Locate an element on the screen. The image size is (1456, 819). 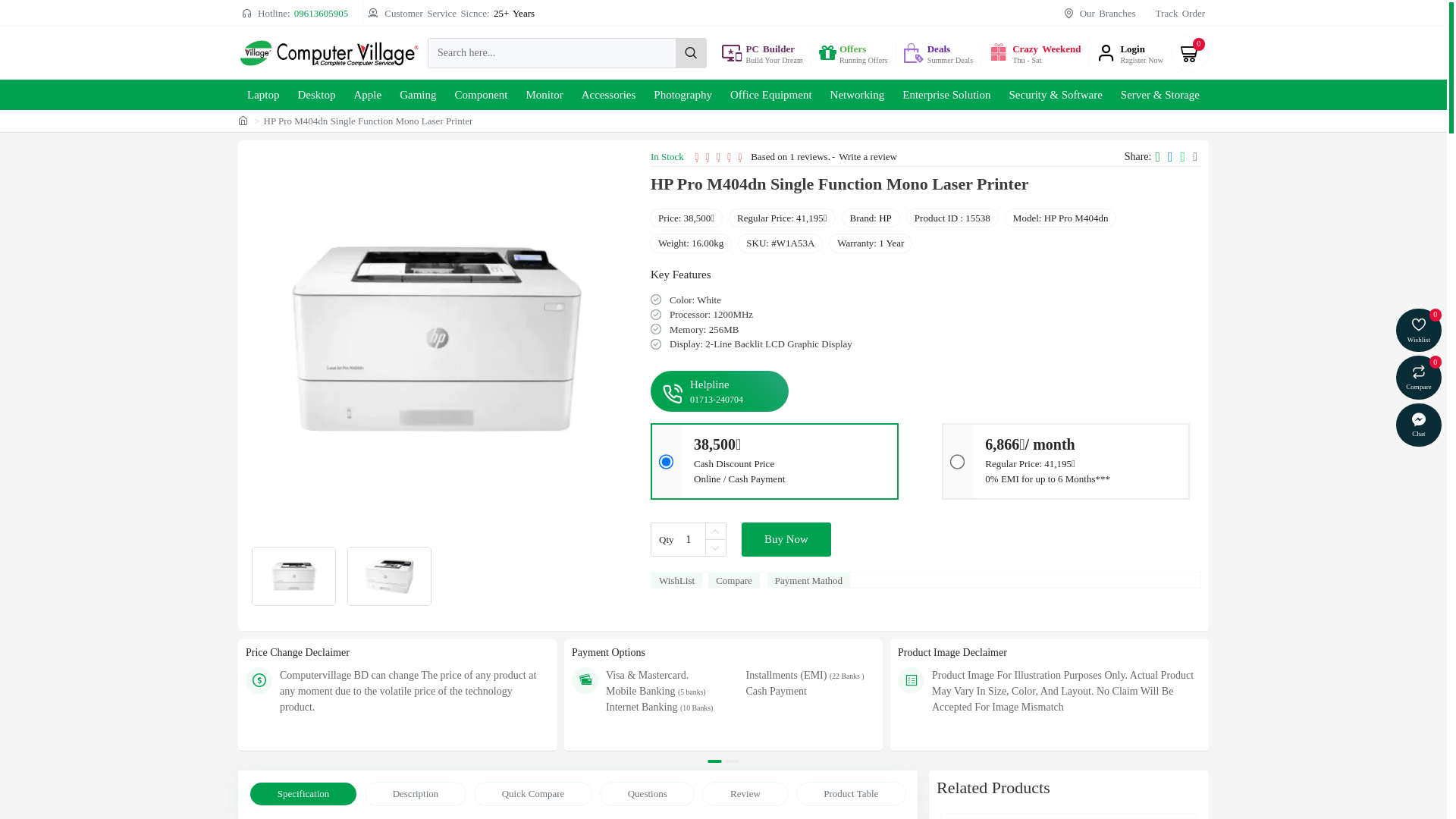
'Review' is located at coordinates (745, 792).